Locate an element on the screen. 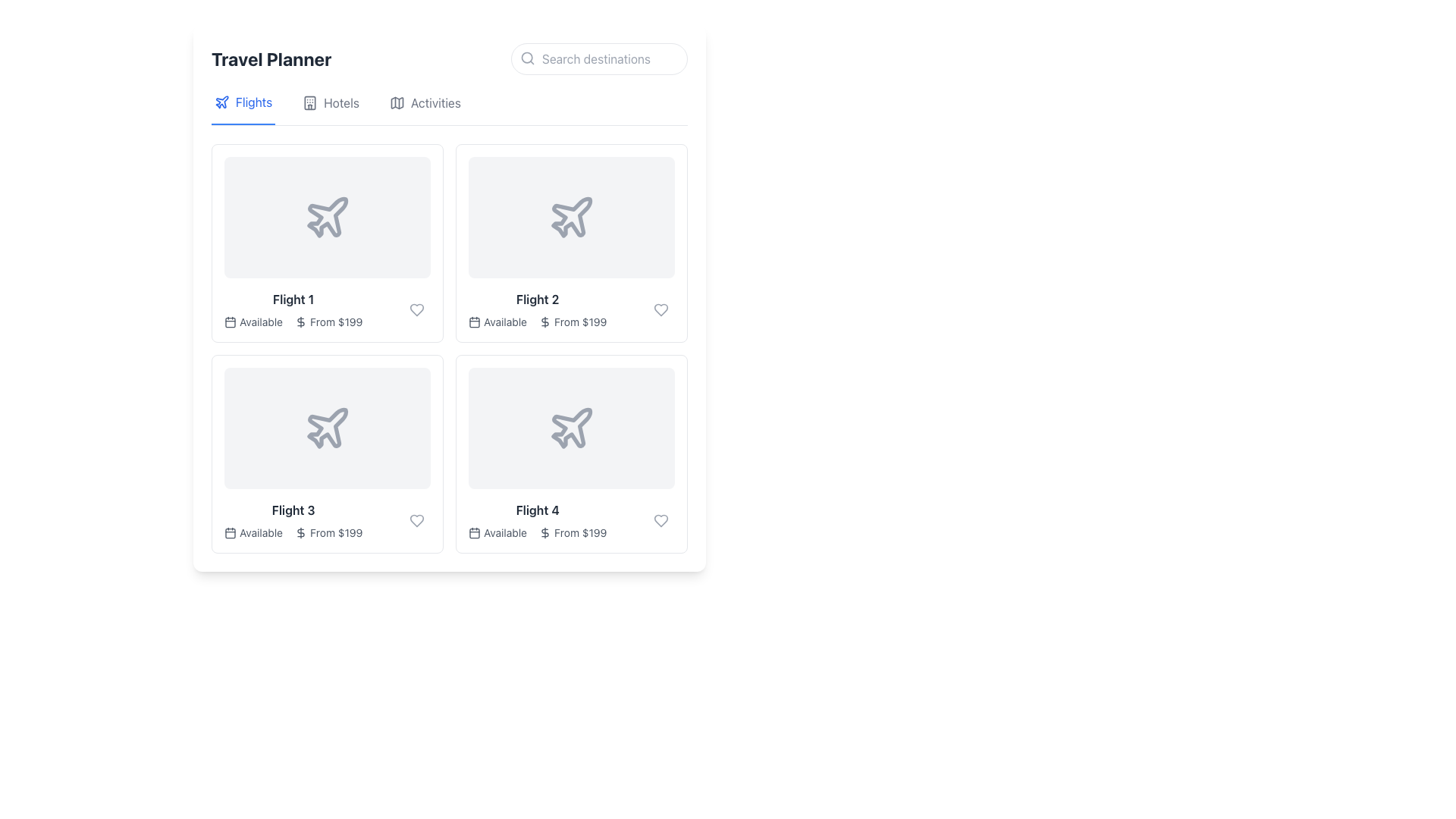  the airplane icon displayed prominently in the center of the first card in the 'Flights' section of the grid interface is located at coordinates (327, 217).